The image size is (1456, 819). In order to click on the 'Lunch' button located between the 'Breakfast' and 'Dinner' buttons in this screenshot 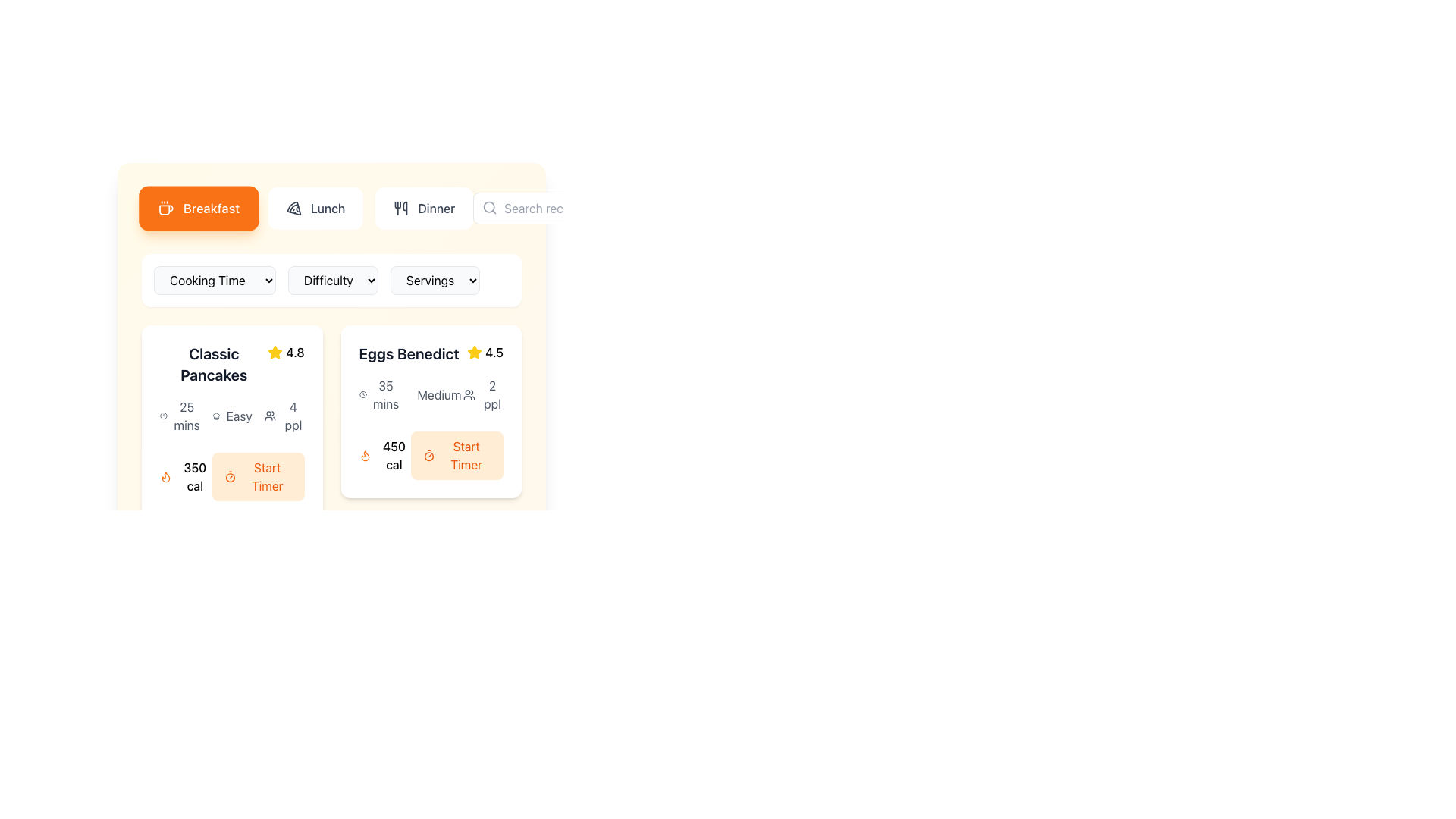, I will do `click(331, 208)`.